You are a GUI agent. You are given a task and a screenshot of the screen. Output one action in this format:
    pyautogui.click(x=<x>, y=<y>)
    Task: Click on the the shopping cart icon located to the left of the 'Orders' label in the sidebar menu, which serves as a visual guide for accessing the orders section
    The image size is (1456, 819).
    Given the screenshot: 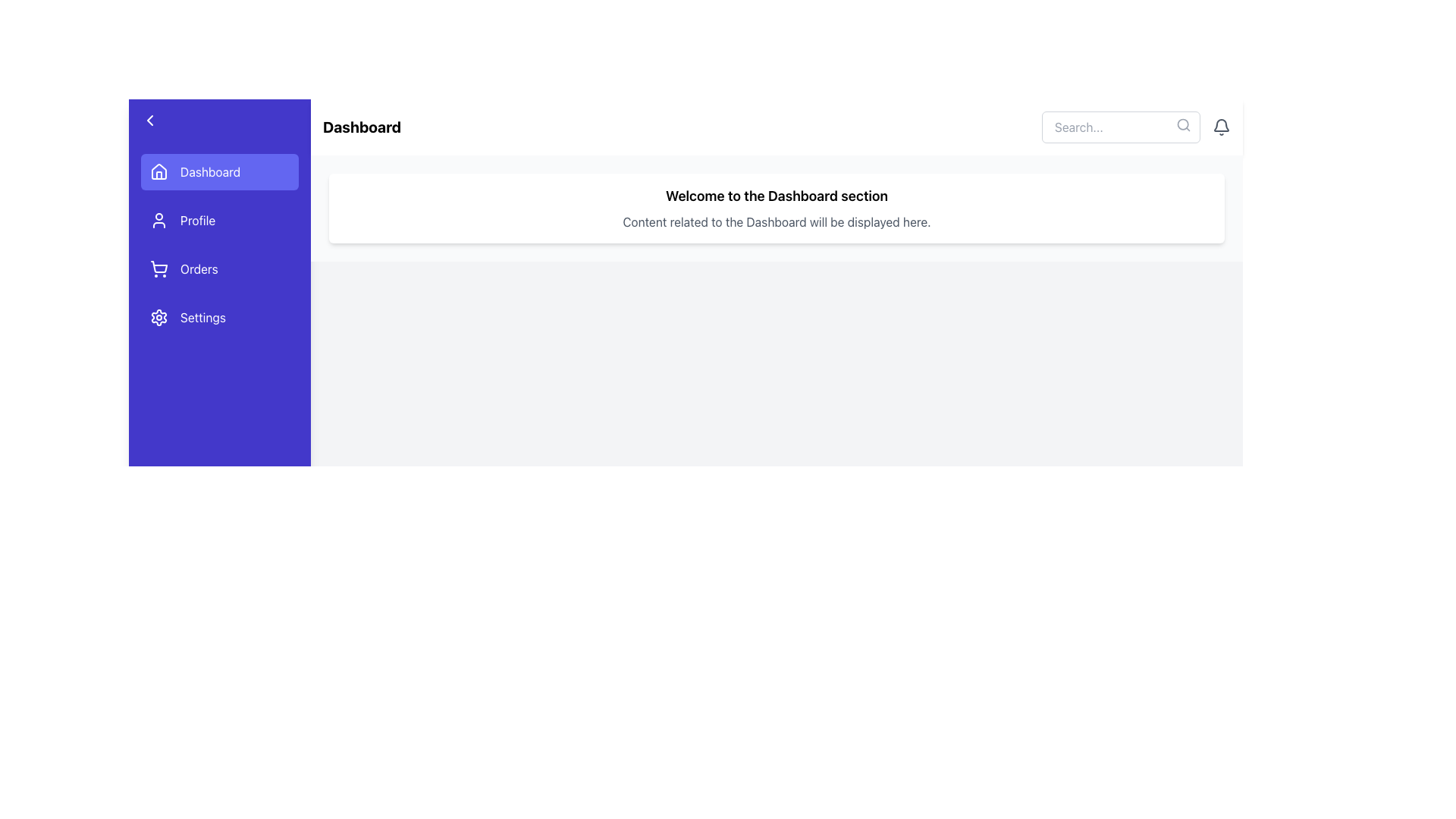 What is the action you would take?
    pyautogui.click(x=159, y=266)
    